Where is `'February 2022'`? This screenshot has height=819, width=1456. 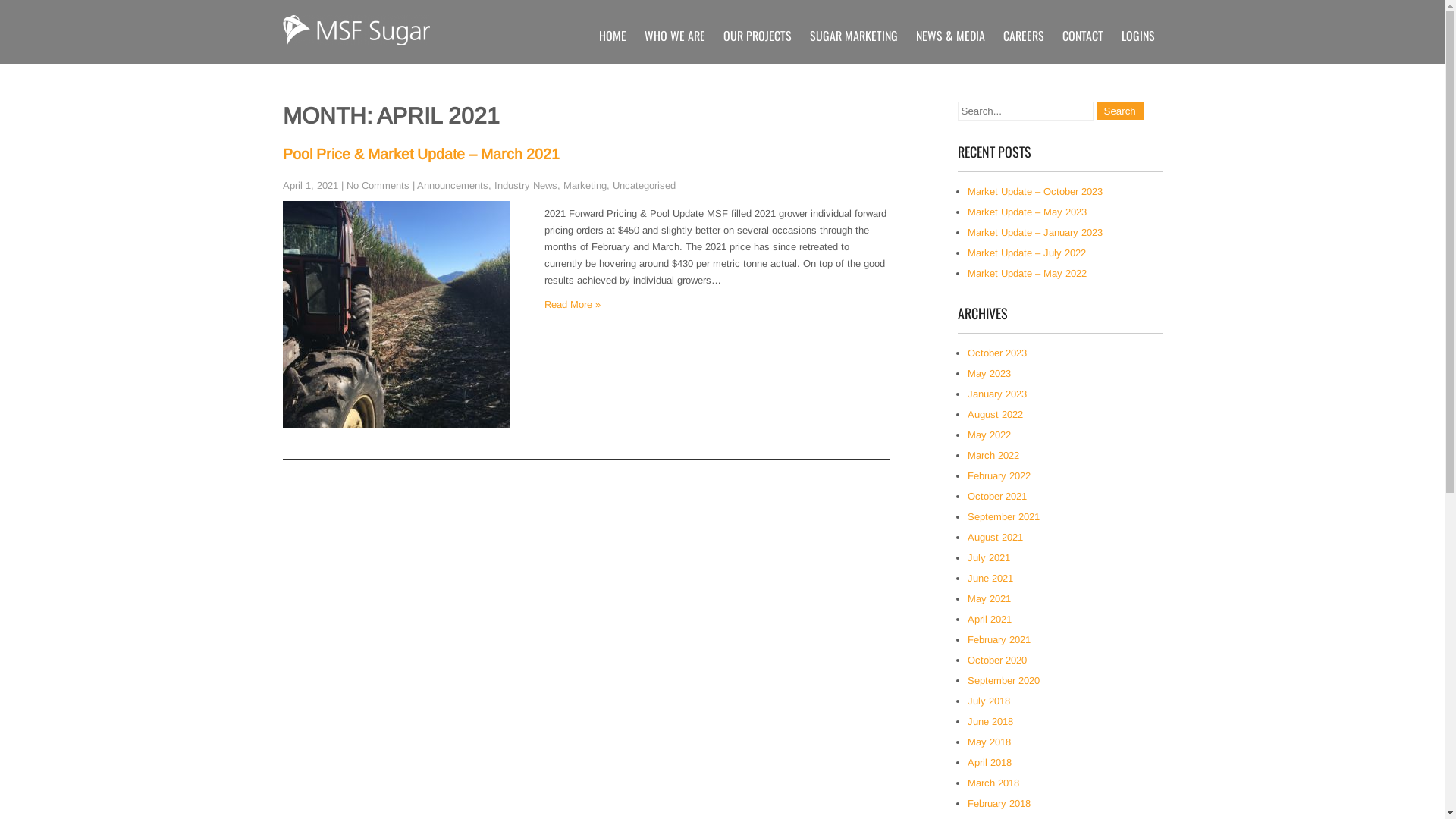
'February 2022' is located at coordinates (999, 475).